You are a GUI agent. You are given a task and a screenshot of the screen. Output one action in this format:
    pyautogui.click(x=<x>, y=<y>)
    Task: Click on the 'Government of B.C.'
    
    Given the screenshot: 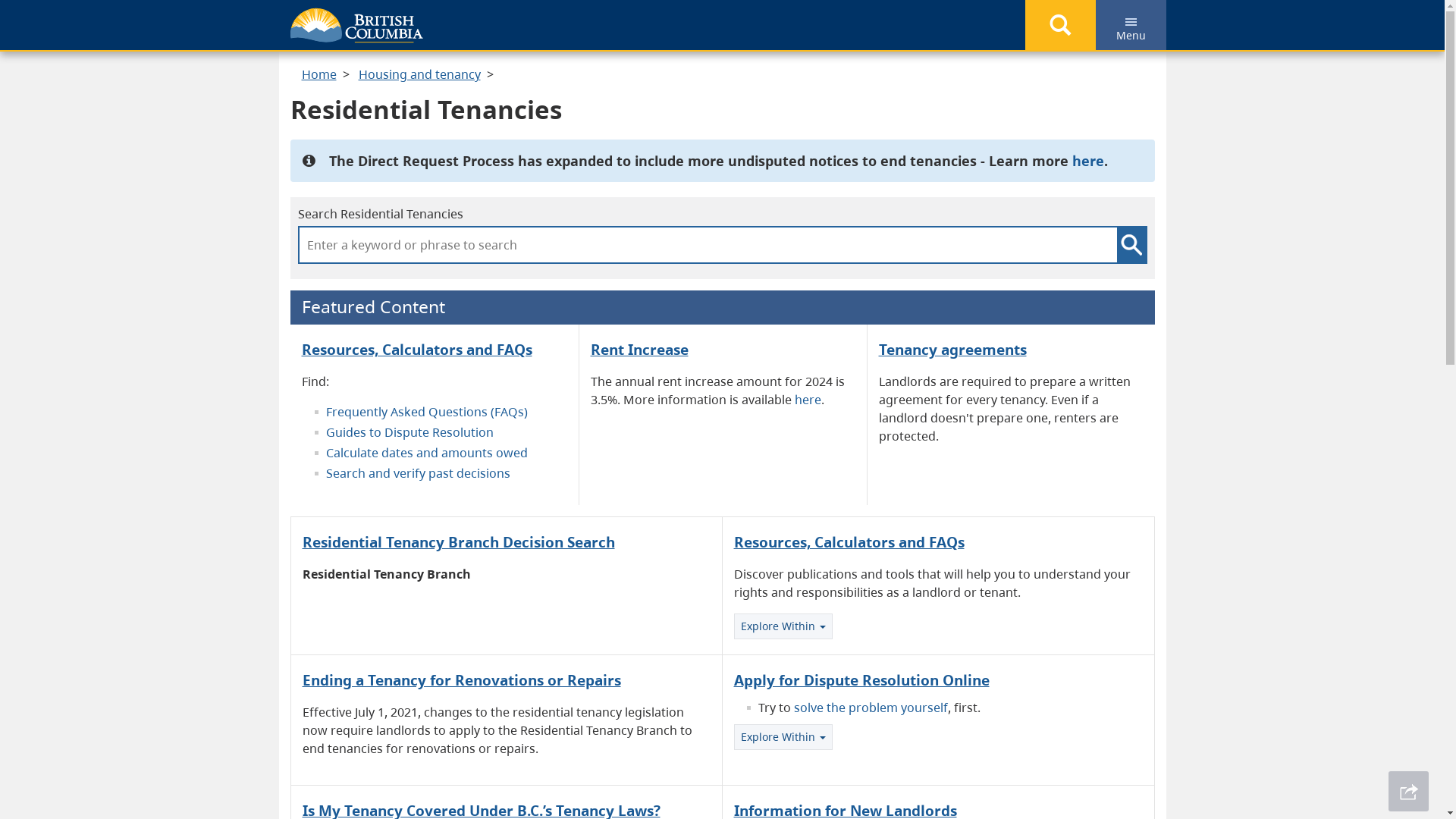 What is the action you would take?
    pyautogui.click(x=355, y=25)
    